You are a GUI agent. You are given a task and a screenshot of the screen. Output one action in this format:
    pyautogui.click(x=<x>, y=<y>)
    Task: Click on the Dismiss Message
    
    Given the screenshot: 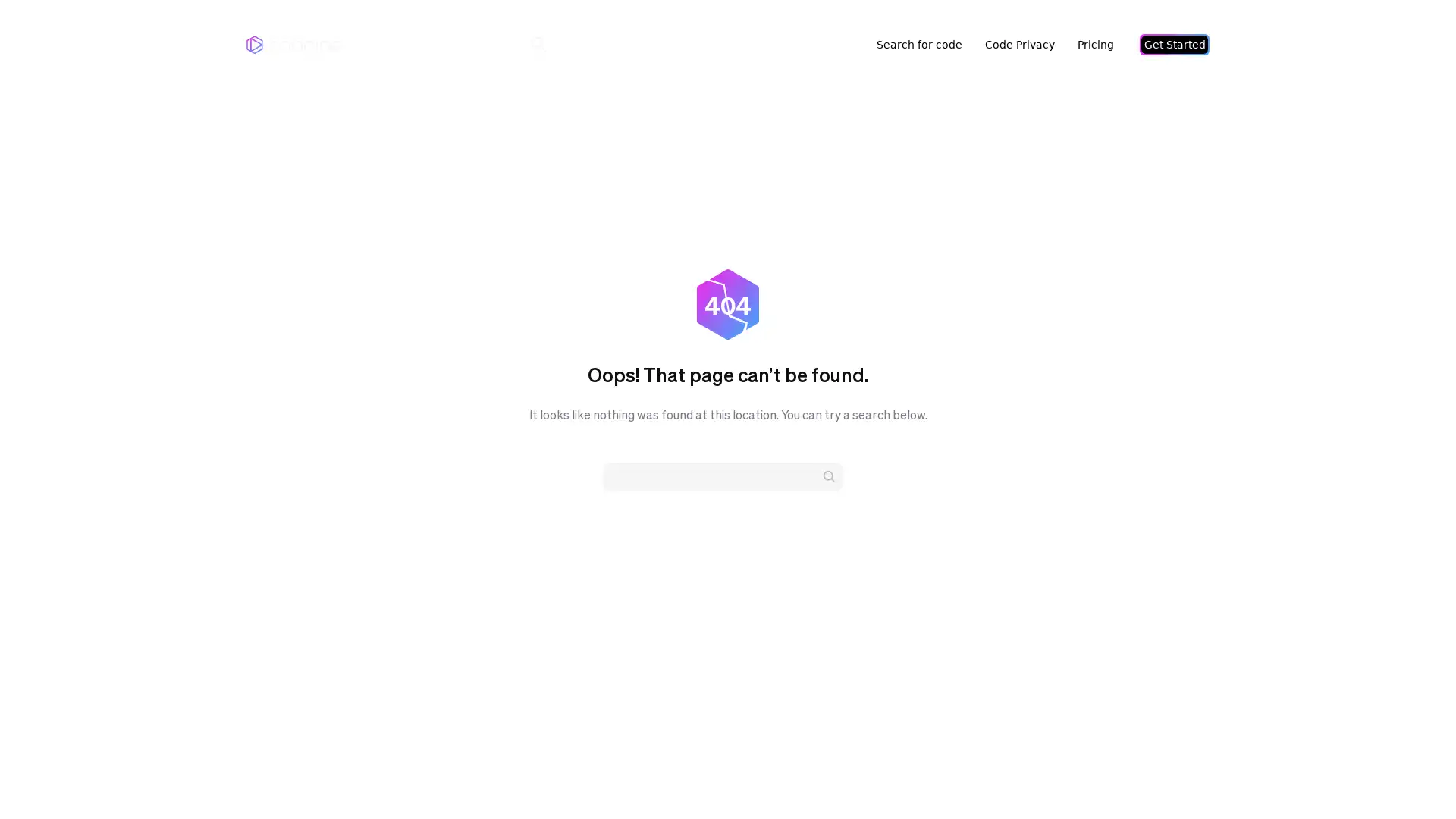 What is the action you would take?
    pyautogui.click(x=1376, y=761)
    